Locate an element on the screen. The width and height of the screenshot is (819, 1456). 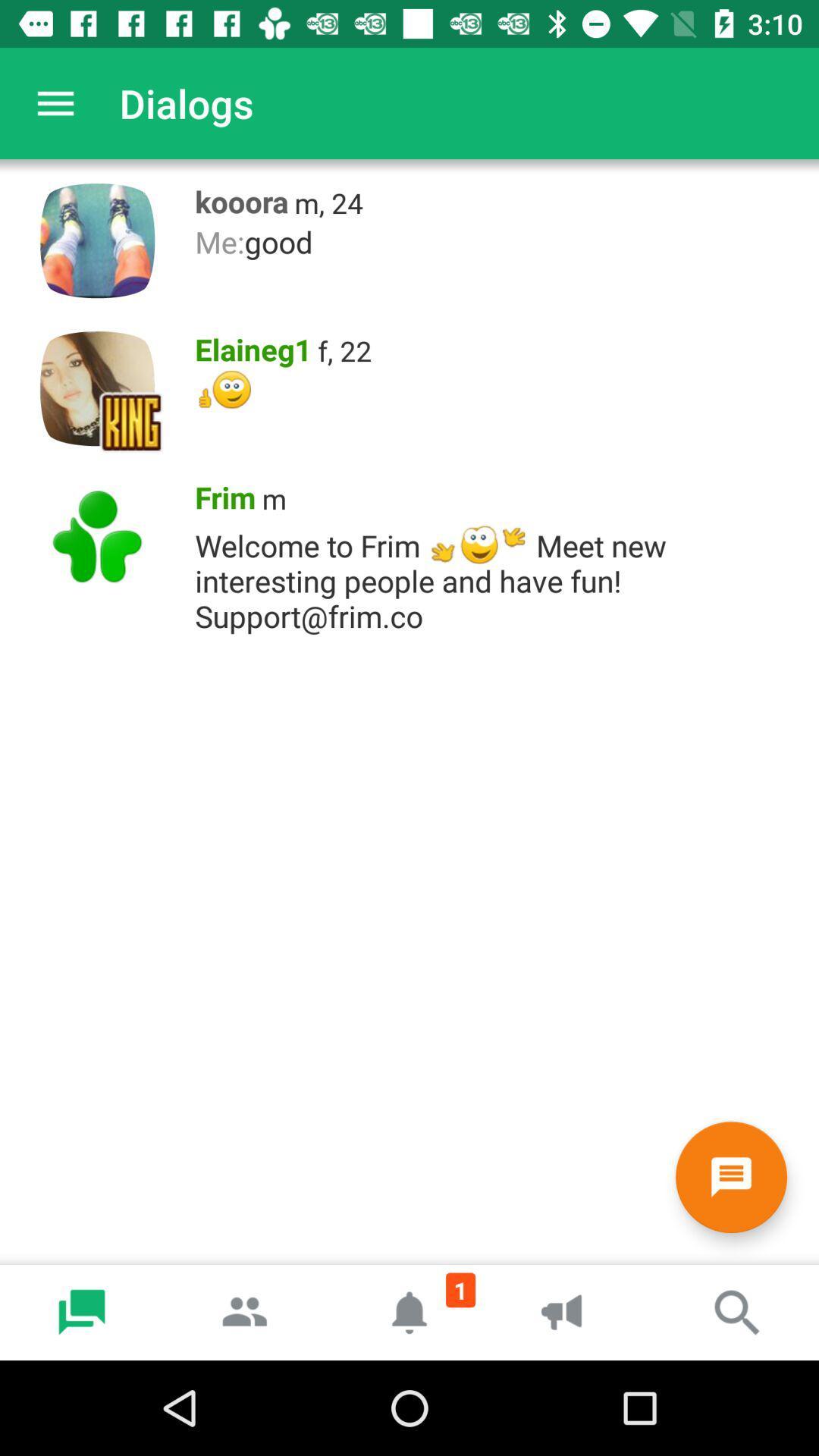
the item to the right of the kooora icon is located at coordinates (328, 202).